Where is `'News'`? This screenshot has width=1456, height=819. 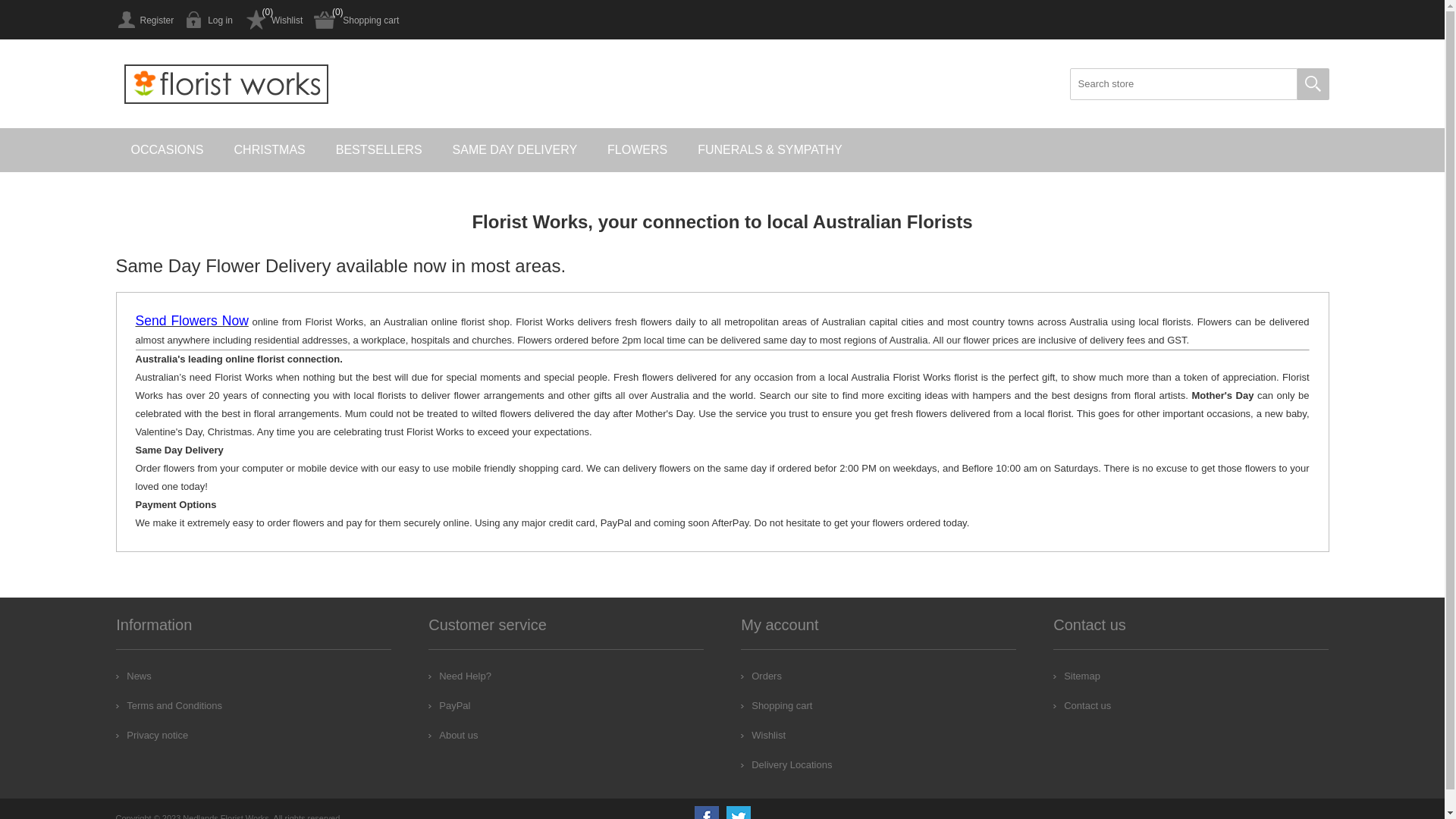 'News' is located at coordinates (133, 675).